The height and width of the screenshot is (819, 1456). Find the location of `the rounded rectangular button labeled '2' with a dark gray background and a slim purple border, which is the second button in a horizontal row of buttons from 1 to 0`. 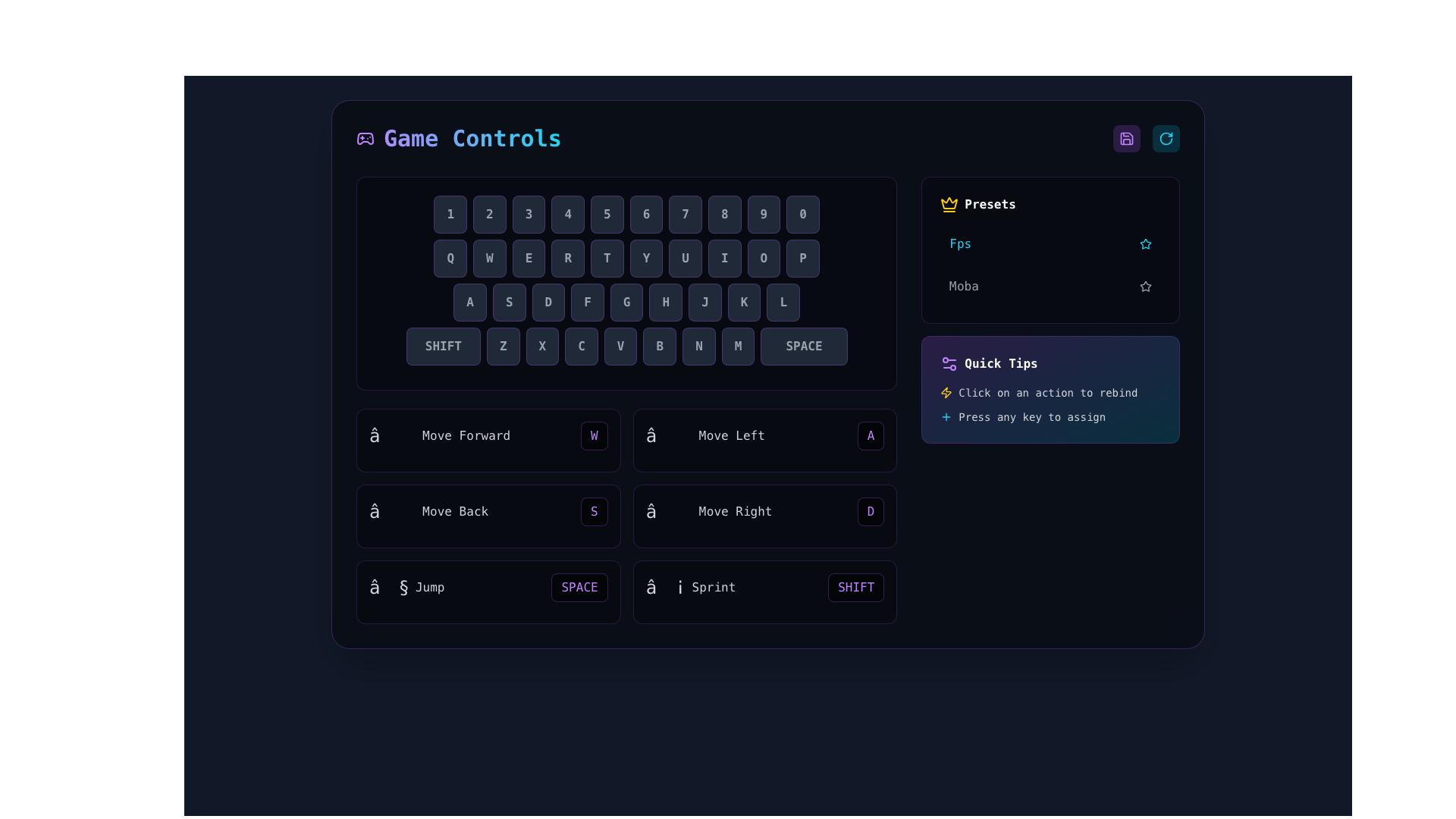

the rounded rectangular button labeled '2' with a dark gray background and a slim purple border, which is the second button in a horizontal row of buttons from 1 to 0 is located at coordinates (489, 214).